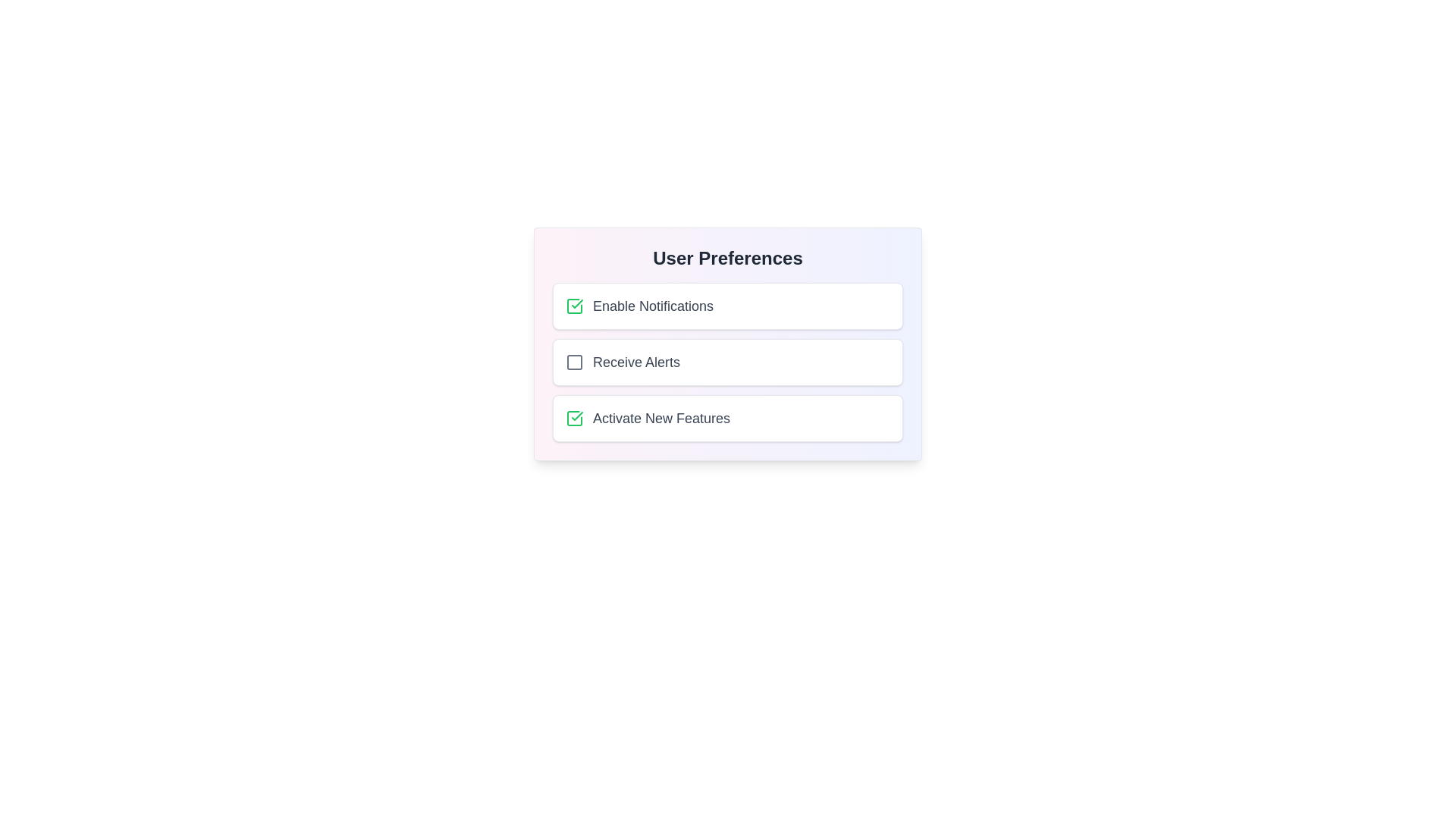  I want to click on the 'Activate New Features' selection option with a checkbox and label located in the 'User Preferences' section, so click(728, 418).